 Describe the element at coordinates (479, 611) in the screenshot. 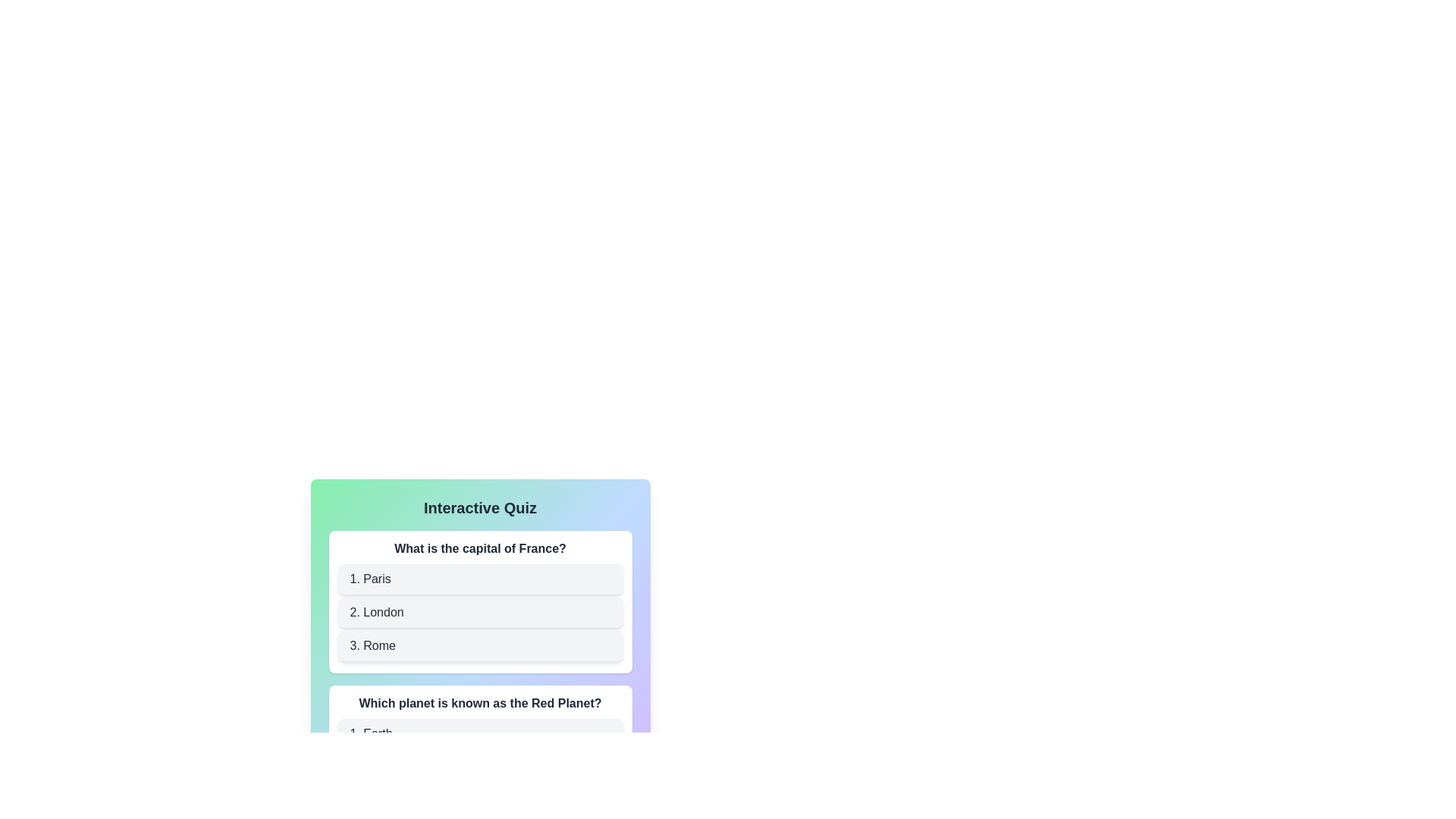

I see `the interactive list item option for the quiz question 'What is the capital of France?'` at that location.